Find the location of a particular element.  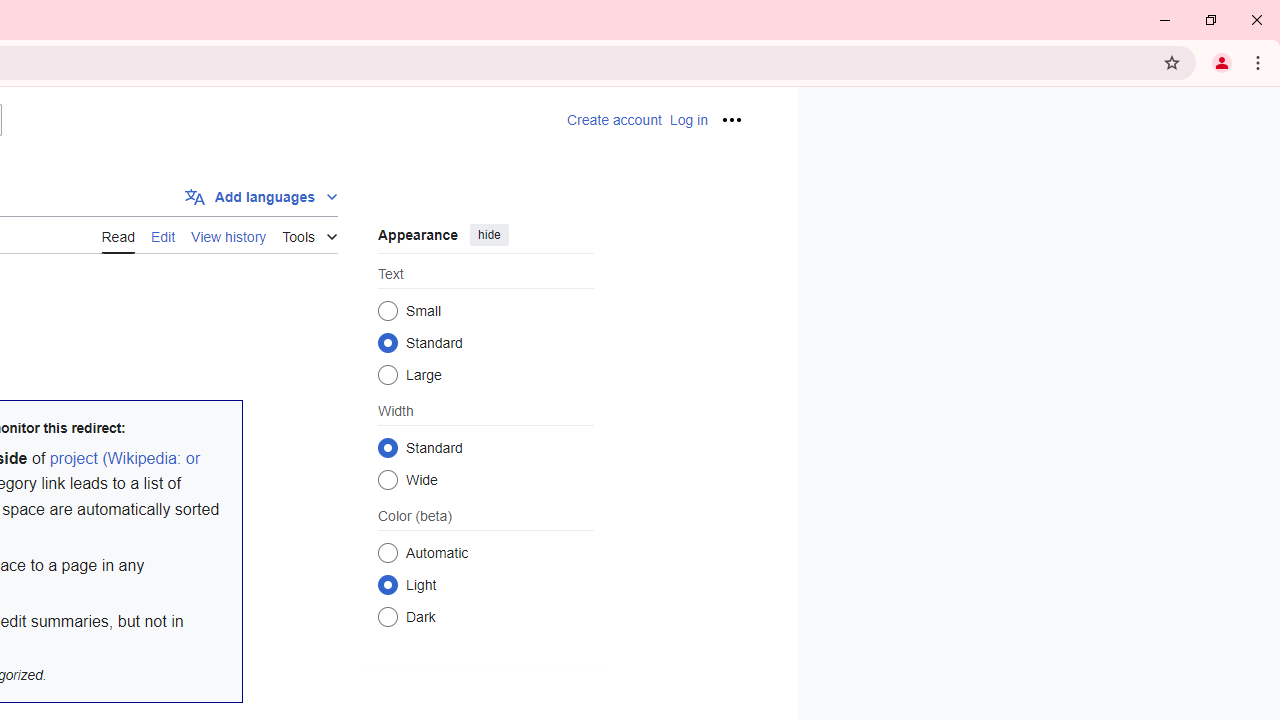

'Read' is located at coordinates (116, 234).